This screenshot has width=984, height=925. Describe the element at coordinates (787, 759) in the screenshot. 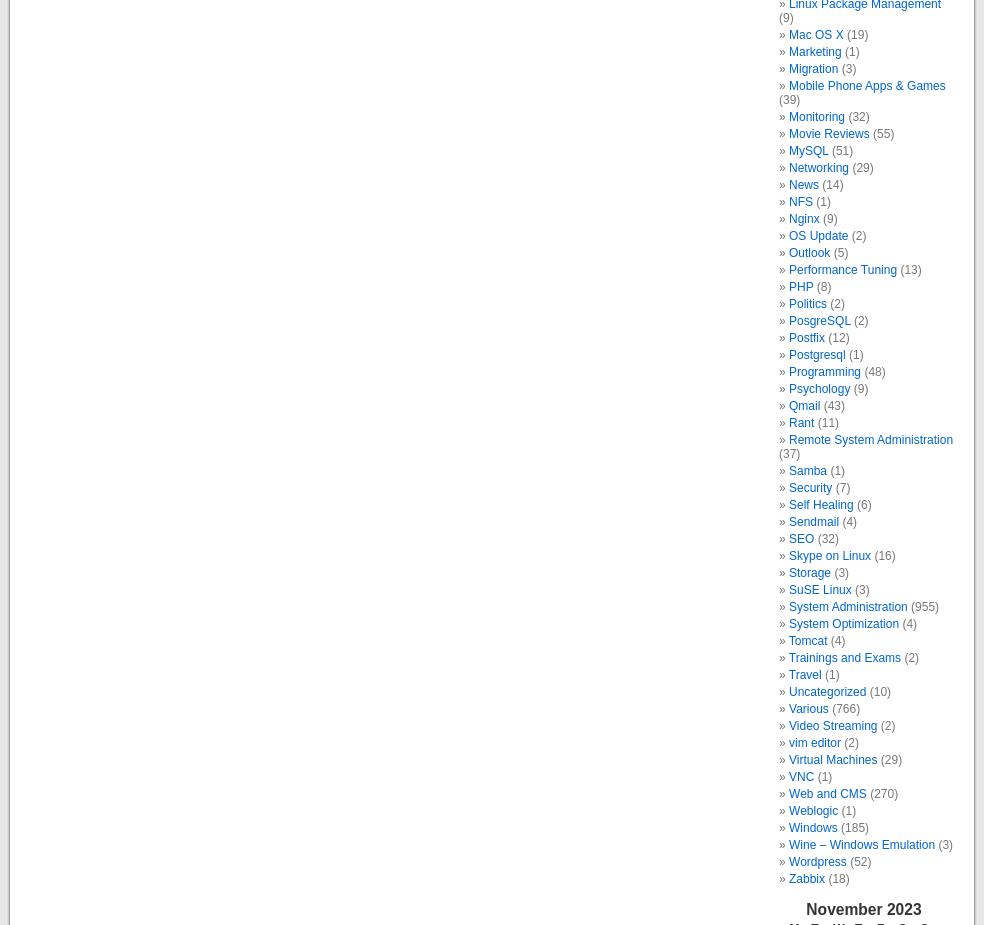

I see `'Virtual Machines'` at that location.